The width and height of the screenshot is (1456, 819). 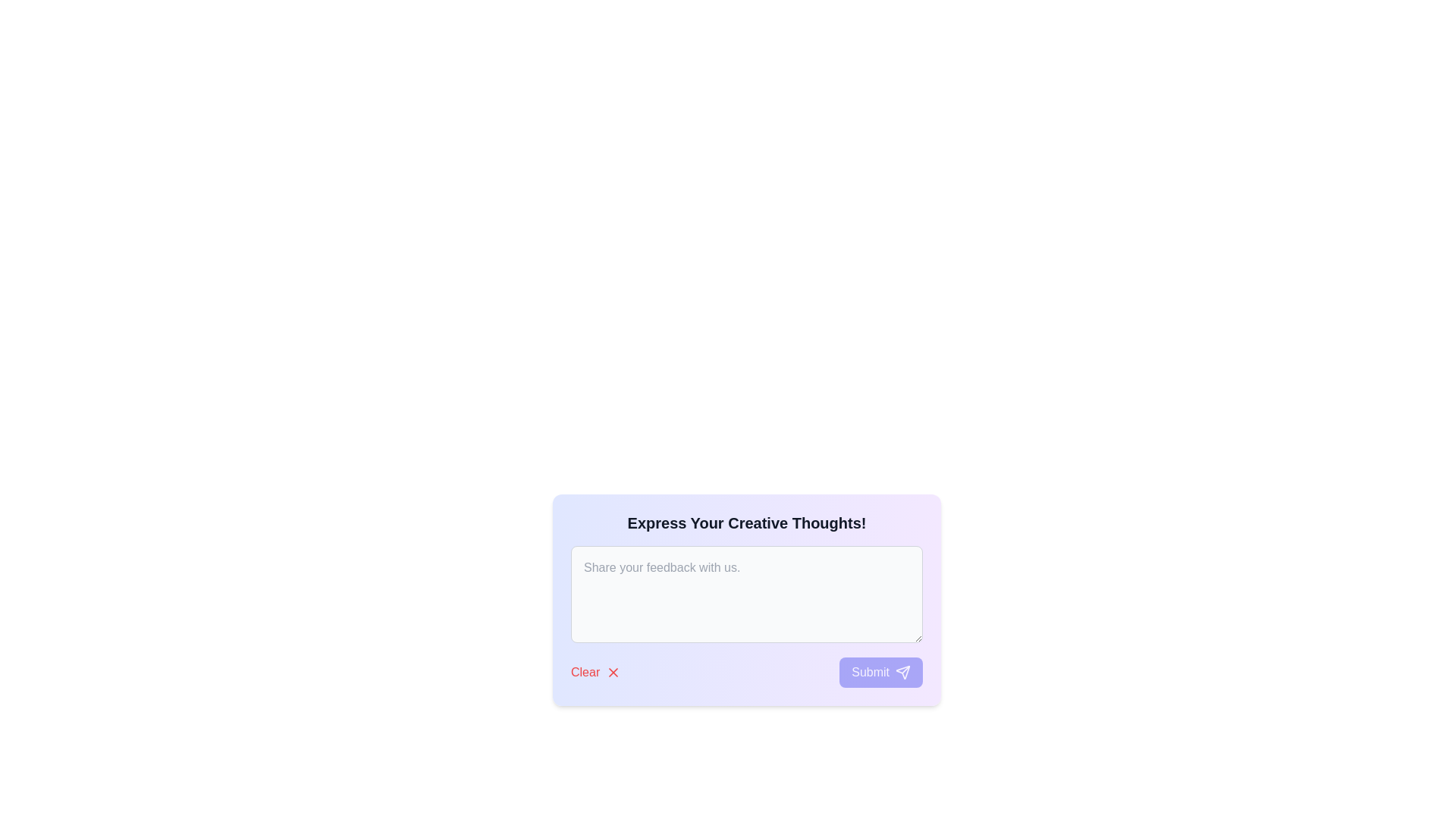 I want to click on the red 'X' icon button located in the 'Clear' button area of the feedback form interface, so click(x=613, y=672).